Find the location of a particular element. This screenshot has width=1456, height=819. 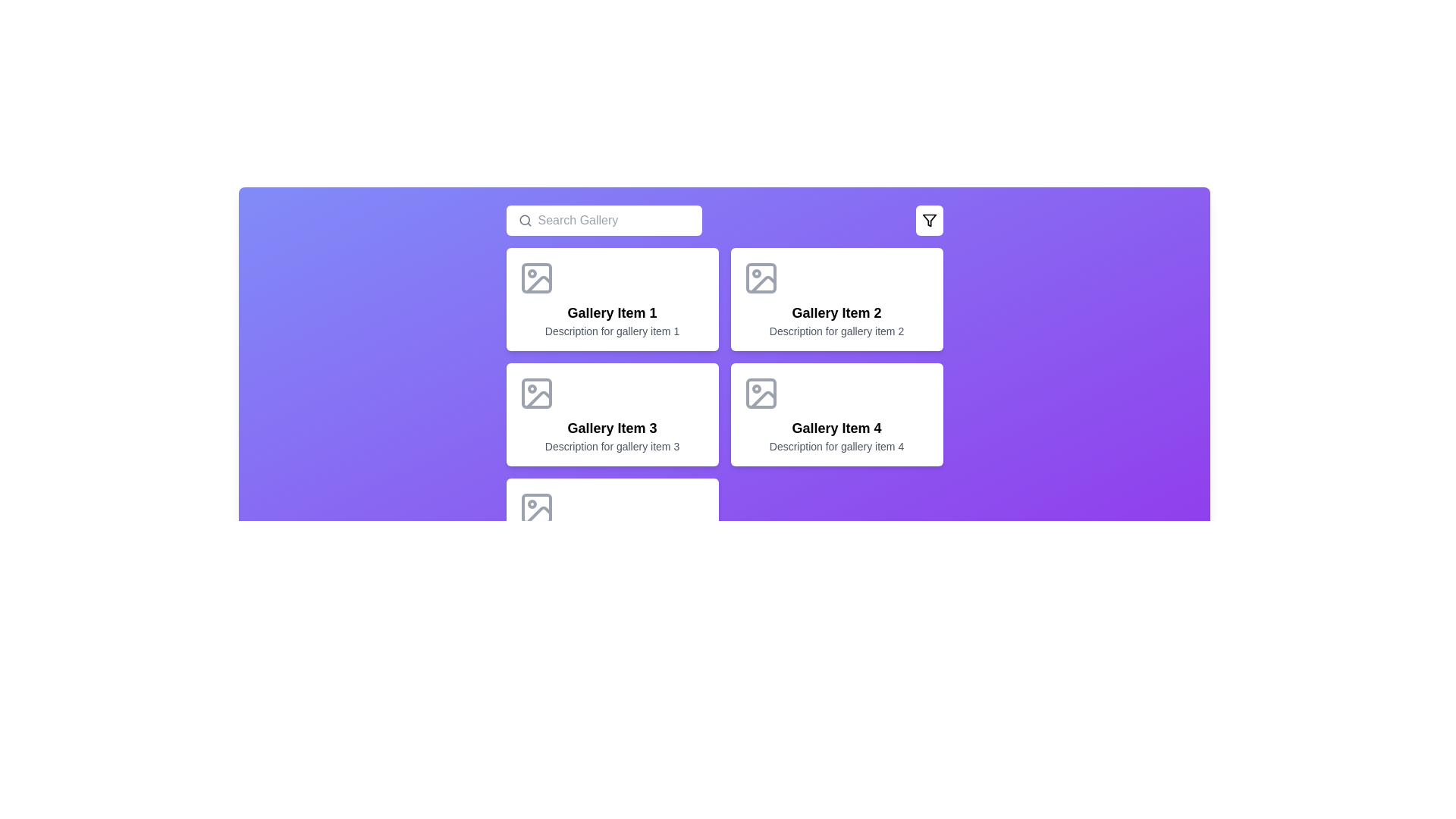

the text input field for search queries located is located at coordinates (613, 220).